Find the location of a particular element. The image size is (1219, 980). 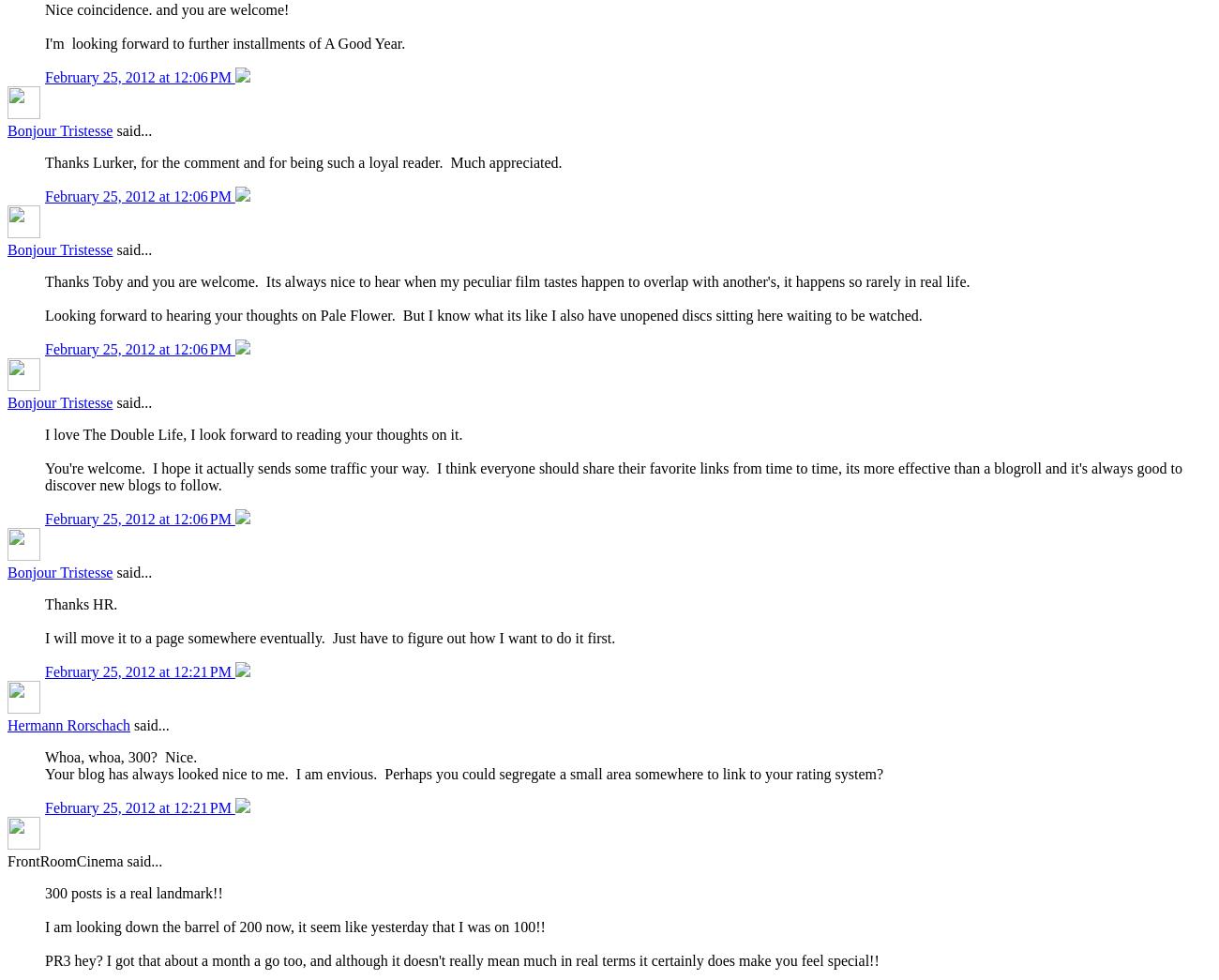

'I love The Double Life, I look forward to reading your thoughts on it.' is located at coordinates (43, 434).